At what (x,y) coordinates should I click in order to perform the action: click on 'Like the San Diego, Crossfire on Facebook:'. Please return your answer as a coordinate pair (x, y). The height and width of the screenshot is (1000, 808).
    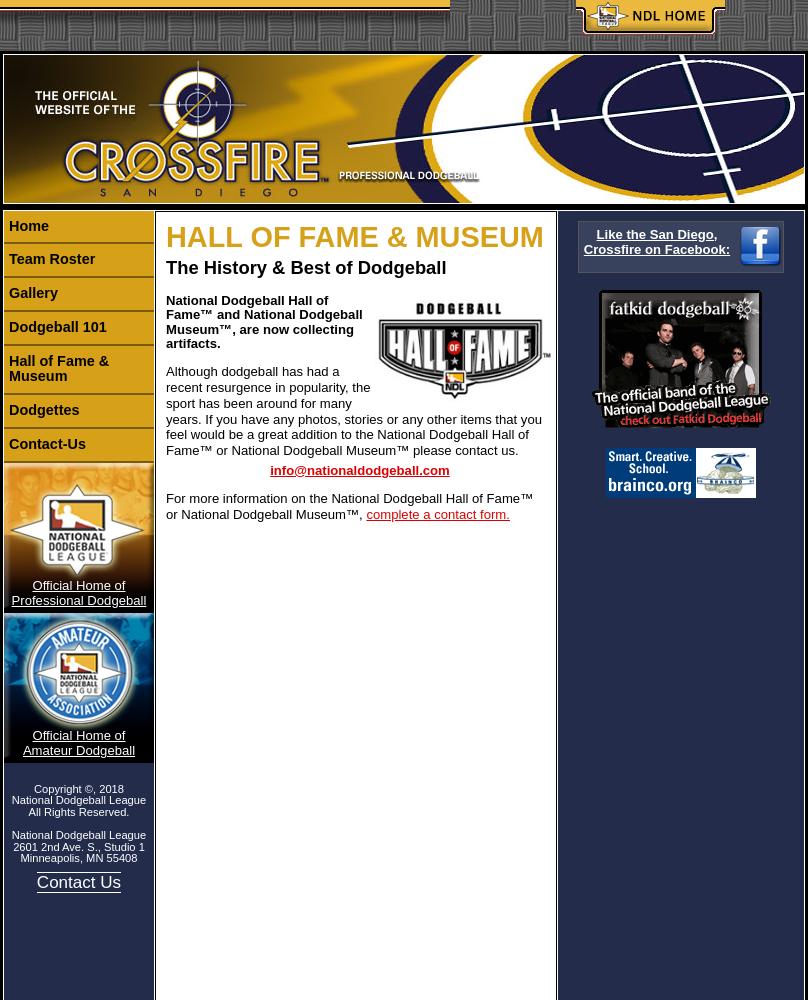
    Looking at the image, I should click on (656, 240).